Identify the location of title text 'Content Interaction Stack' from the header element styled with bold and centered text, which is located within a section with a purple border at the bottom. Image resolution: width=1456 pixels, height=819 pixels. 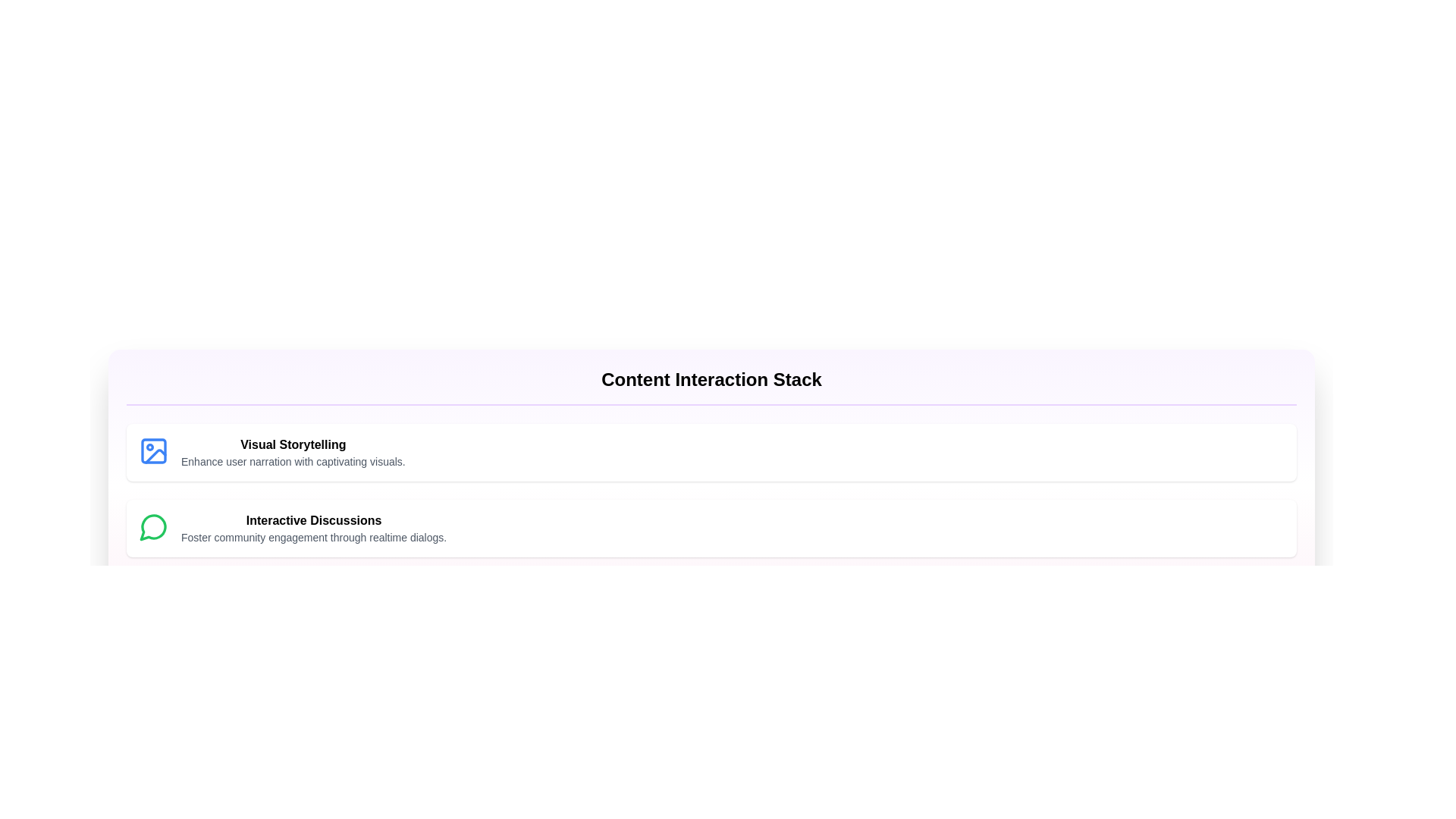
(711, 385).